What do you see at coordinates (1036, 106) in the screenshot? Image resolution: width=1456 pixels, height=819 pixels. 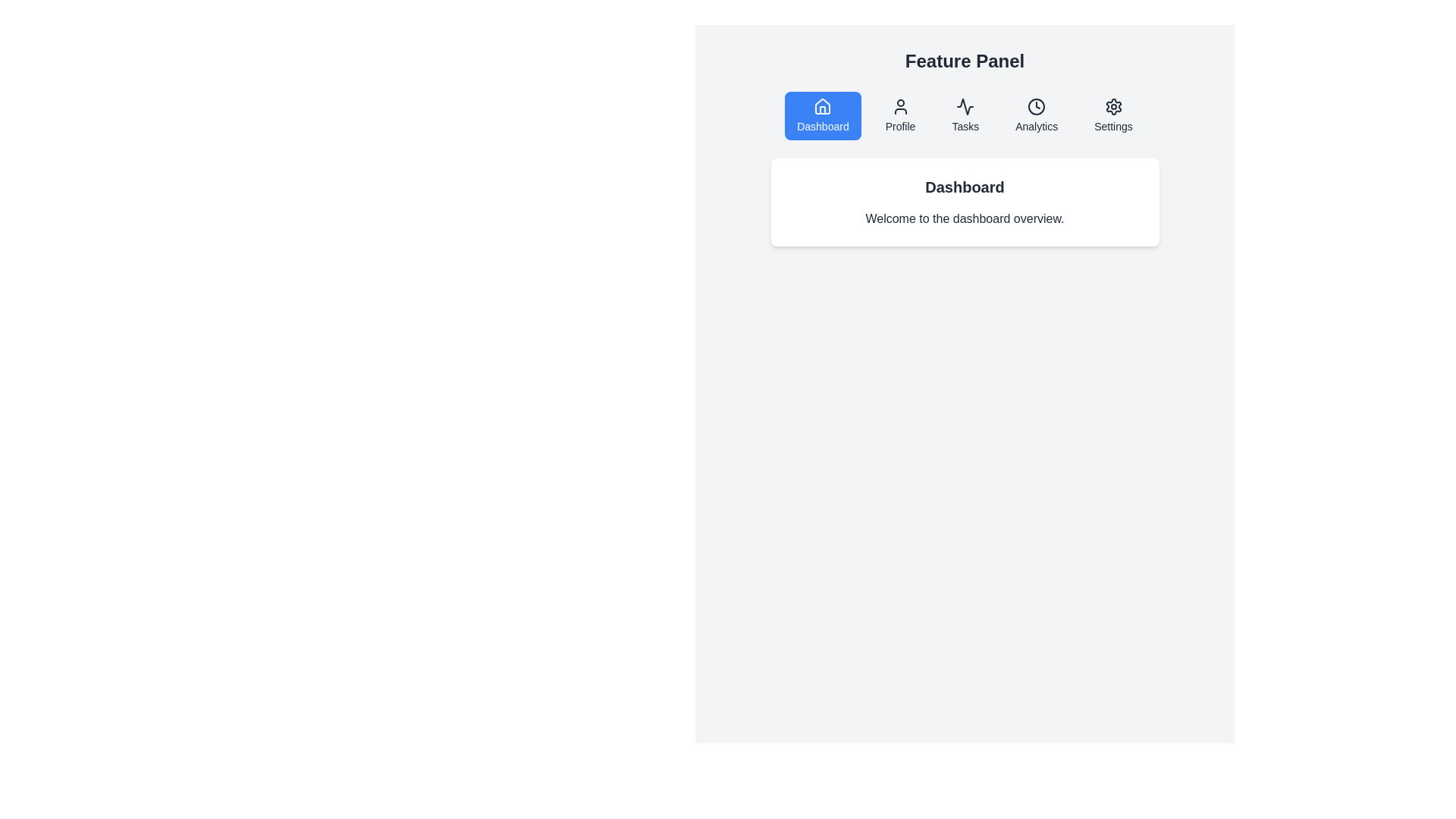 I see `the decorative SVG circle within the clock icon located in the 'Analytics' section of the top navigation bar` at bounding box center [1036, 106].